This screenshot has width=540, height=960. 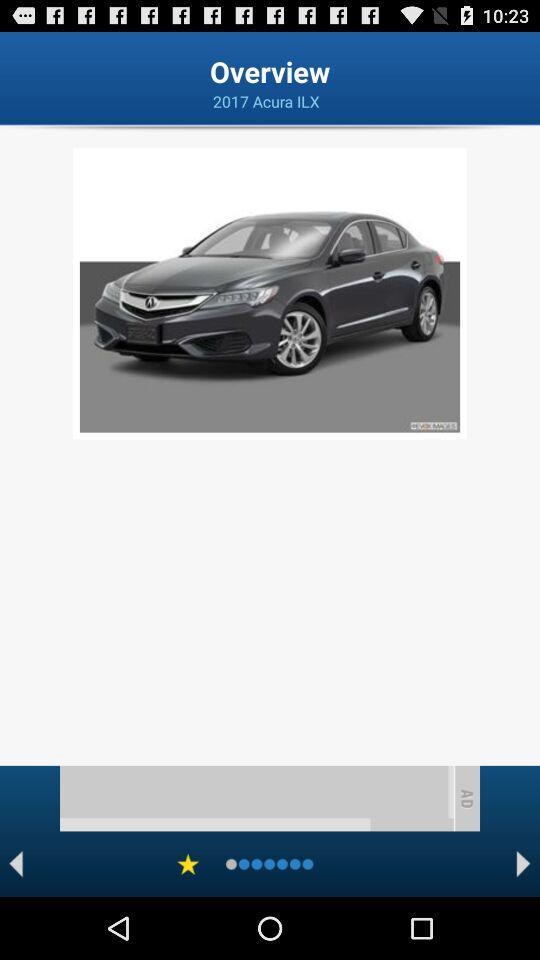 I want to click on move right one picture, so click(x=523, y=863).